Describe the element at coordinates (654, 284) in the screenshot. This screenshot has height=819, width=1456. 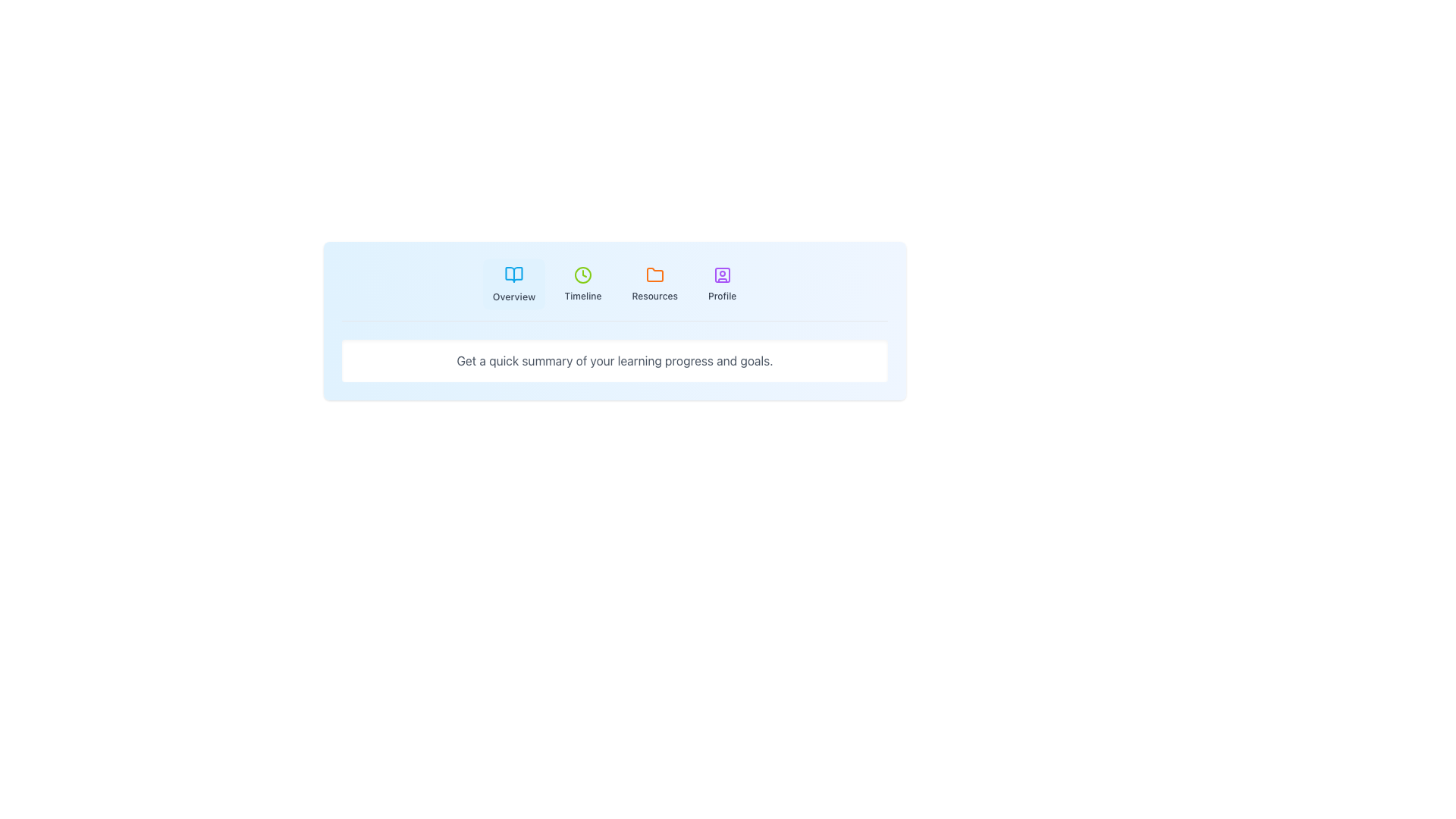
I see `the 'Resources' button, which features an orange folder icon and gray text` at that location.